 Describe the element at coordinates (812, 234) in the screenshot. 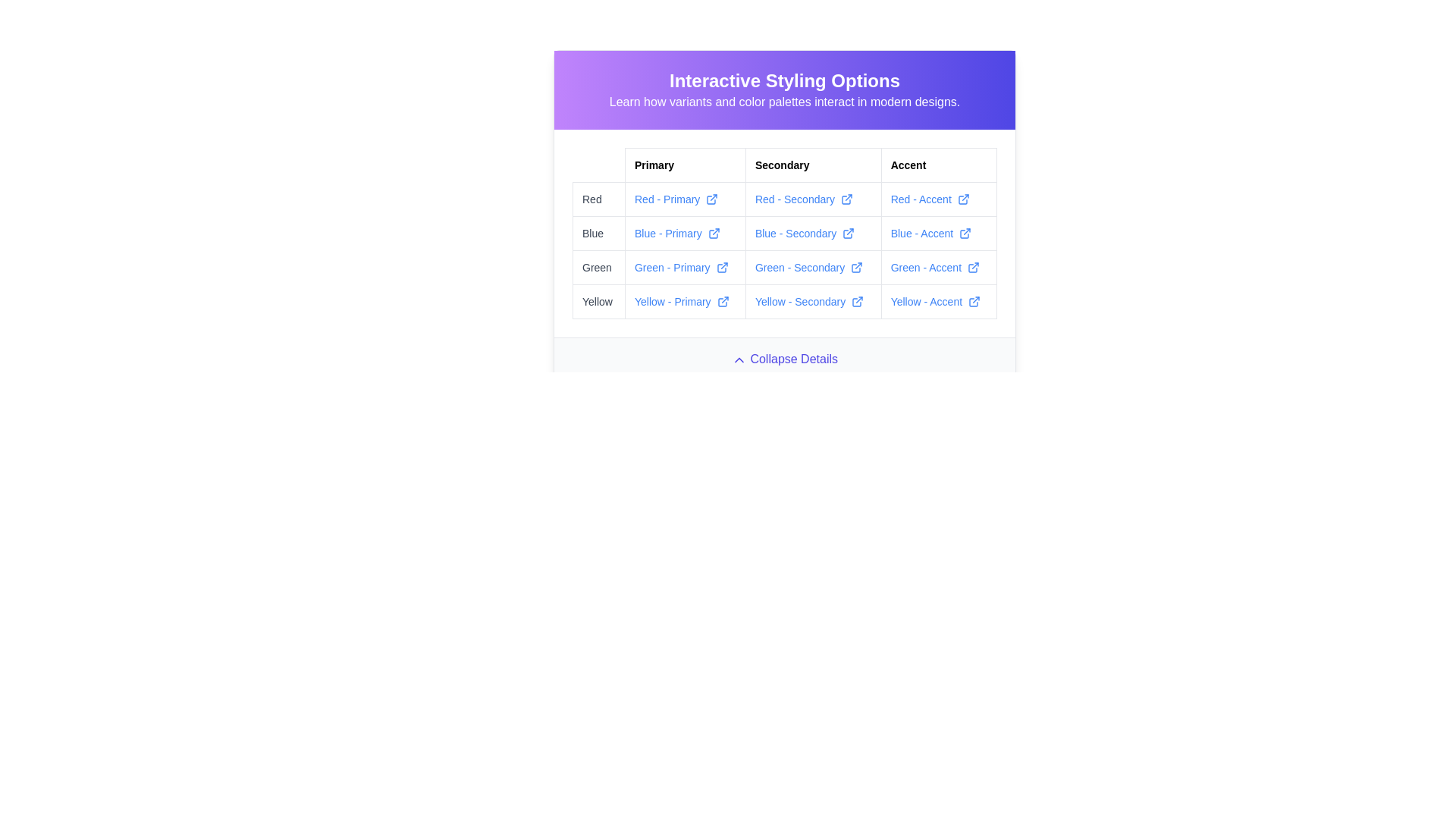

I see `the 'Blue - Secondary' link with an external link icon, located in the 'Secondary' column and 'Blue' row of the table` at that location.